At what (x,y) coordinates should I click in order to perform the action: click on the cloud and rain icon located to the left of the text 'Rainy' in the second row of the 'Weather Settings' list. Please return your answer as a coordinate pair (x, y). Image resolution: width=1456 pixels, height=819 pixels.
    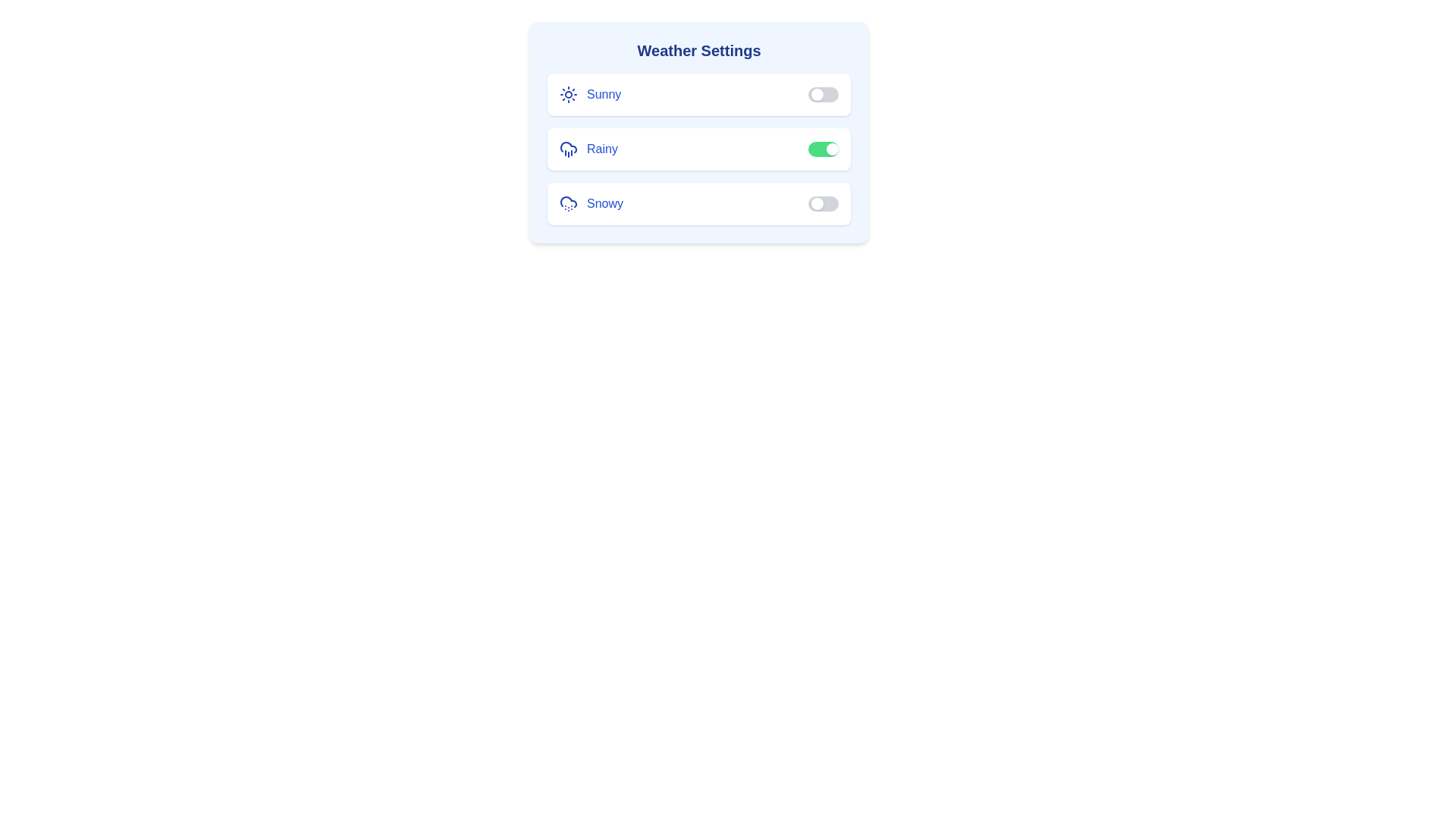
    Looking at the image, I should click on (567, 149).